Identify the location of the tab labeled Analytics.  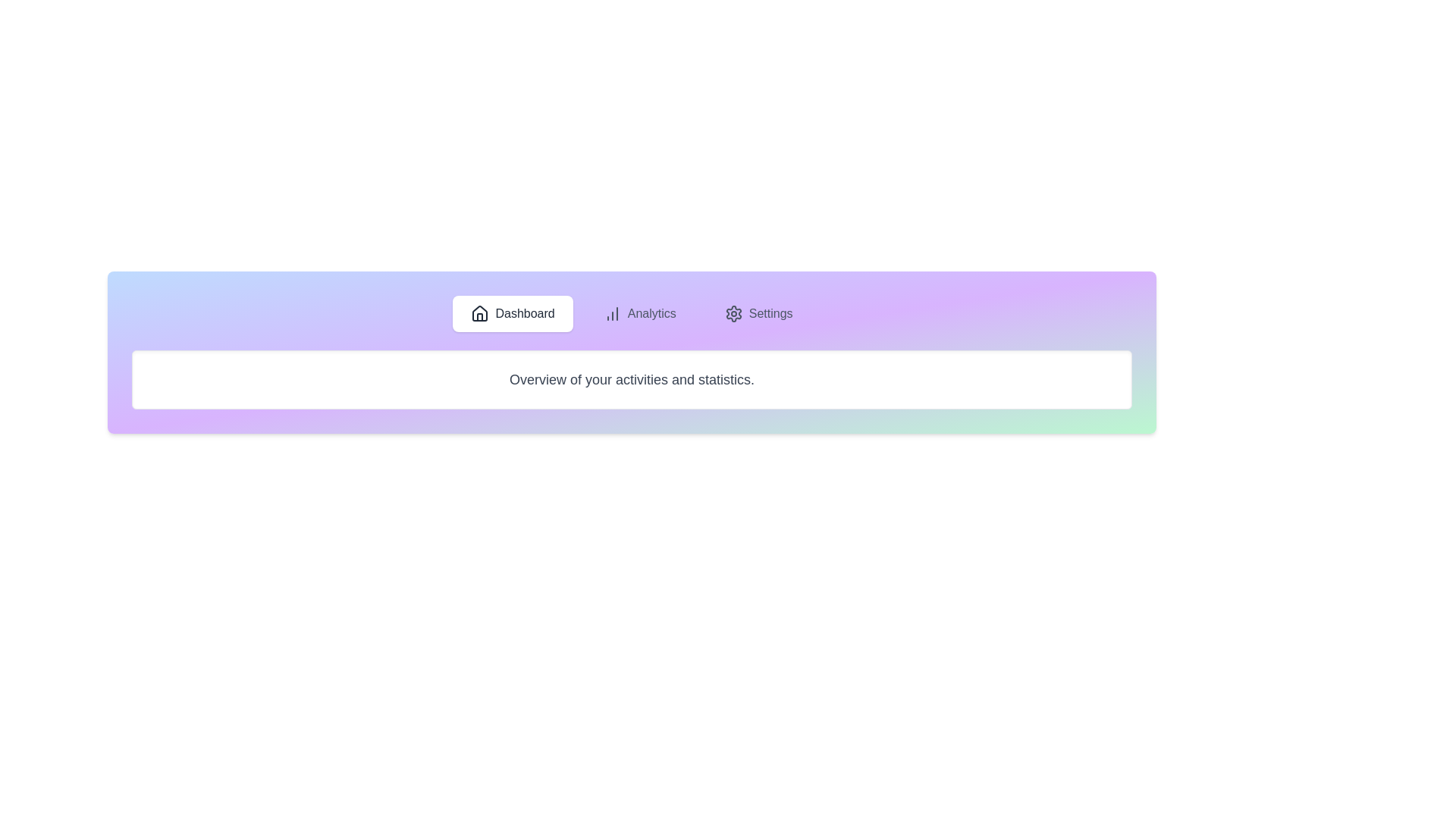
(639, 312).